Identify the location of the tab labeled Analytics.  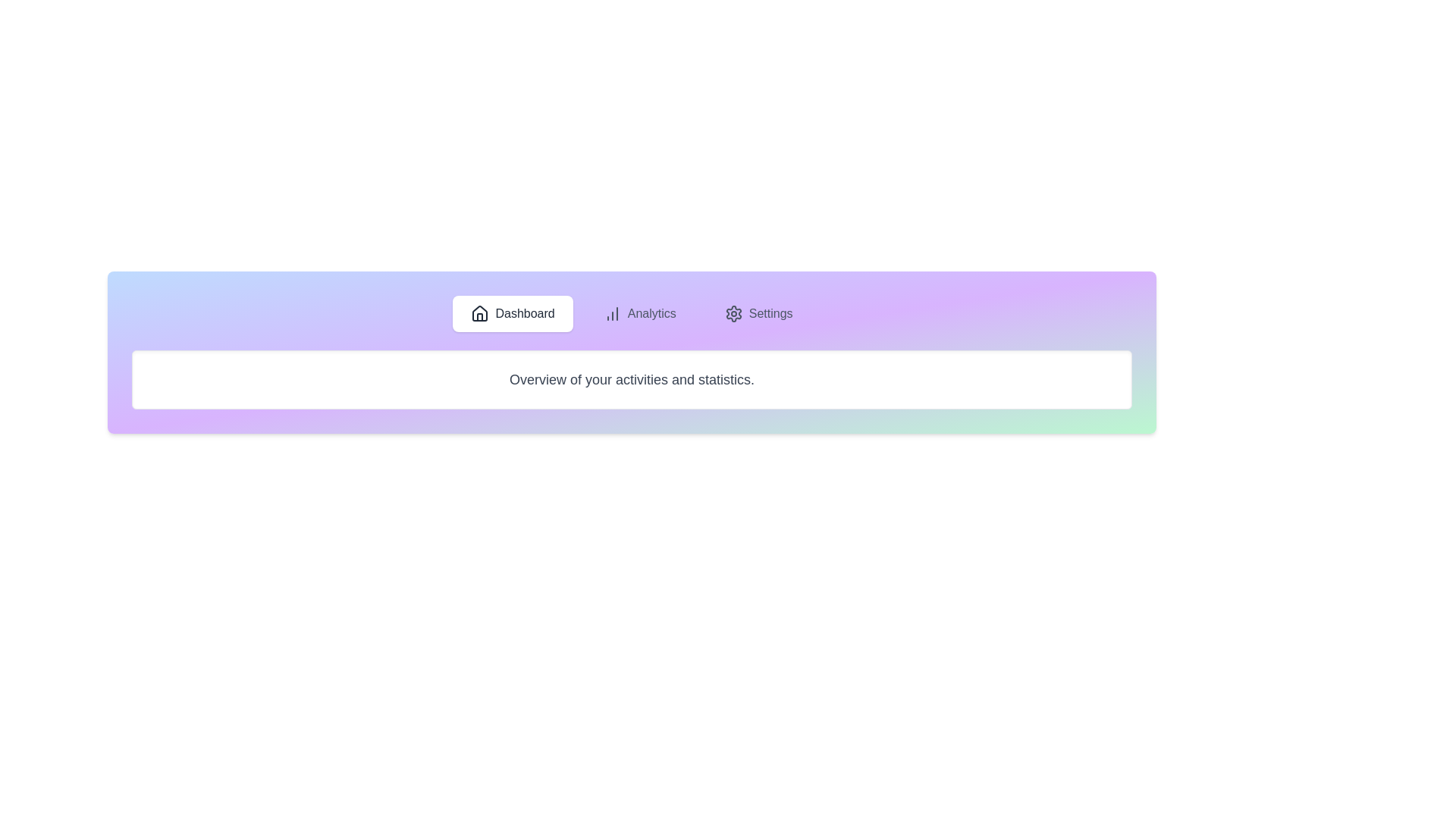
(639, 312).